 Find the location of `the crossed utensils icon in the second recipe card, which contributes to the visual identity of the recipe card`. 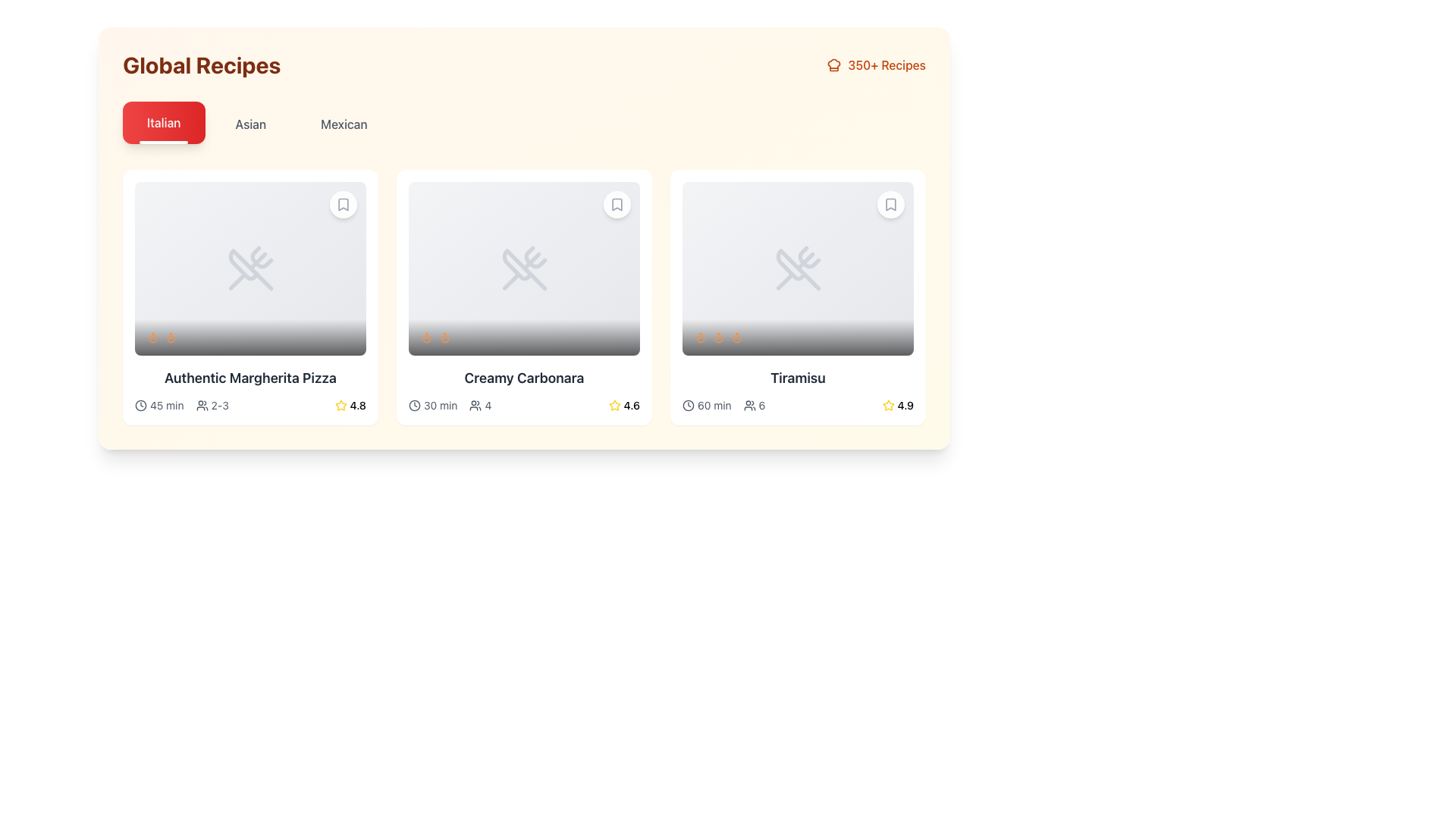

the crossed utensils icon in the second recipe card, which contributes to the visual identity of the recipe card is located at coordinates (531, 261).